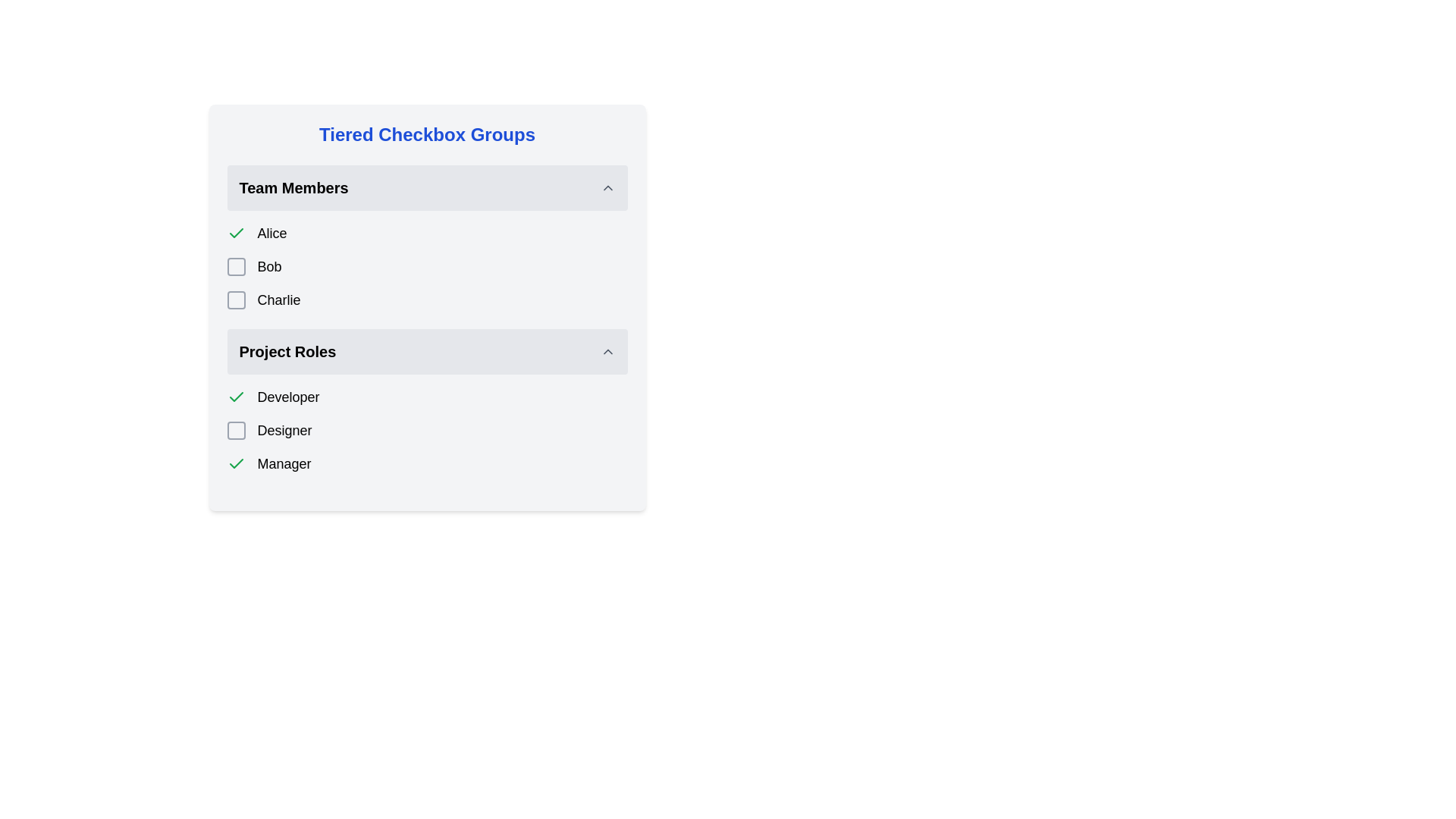  Describe the element at coordinates (235, 463) in the screenshot. I see `the status represented by the checkmark icon indicating the selection status of the 'Manager' role in the 'Project Roles' section` at that location.